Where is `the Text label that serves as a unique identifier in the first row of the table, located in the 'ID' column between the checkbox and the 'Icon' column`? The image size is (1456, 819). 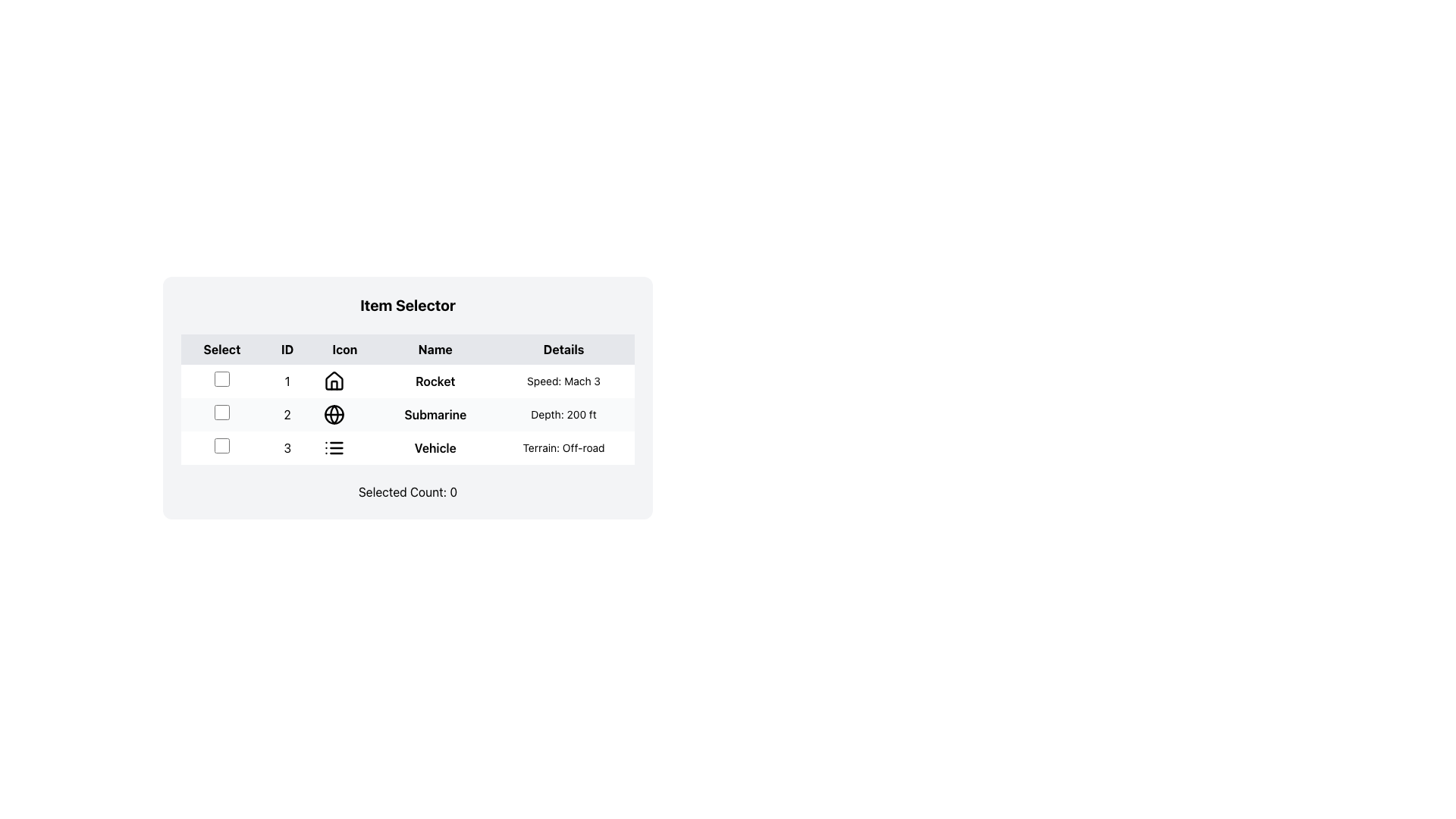 the Text label that serves as a unique identifier in the first row of the table, located in the 'ID' column between the checkbox and the 'Icon' column is located at coordinates (287, 380).